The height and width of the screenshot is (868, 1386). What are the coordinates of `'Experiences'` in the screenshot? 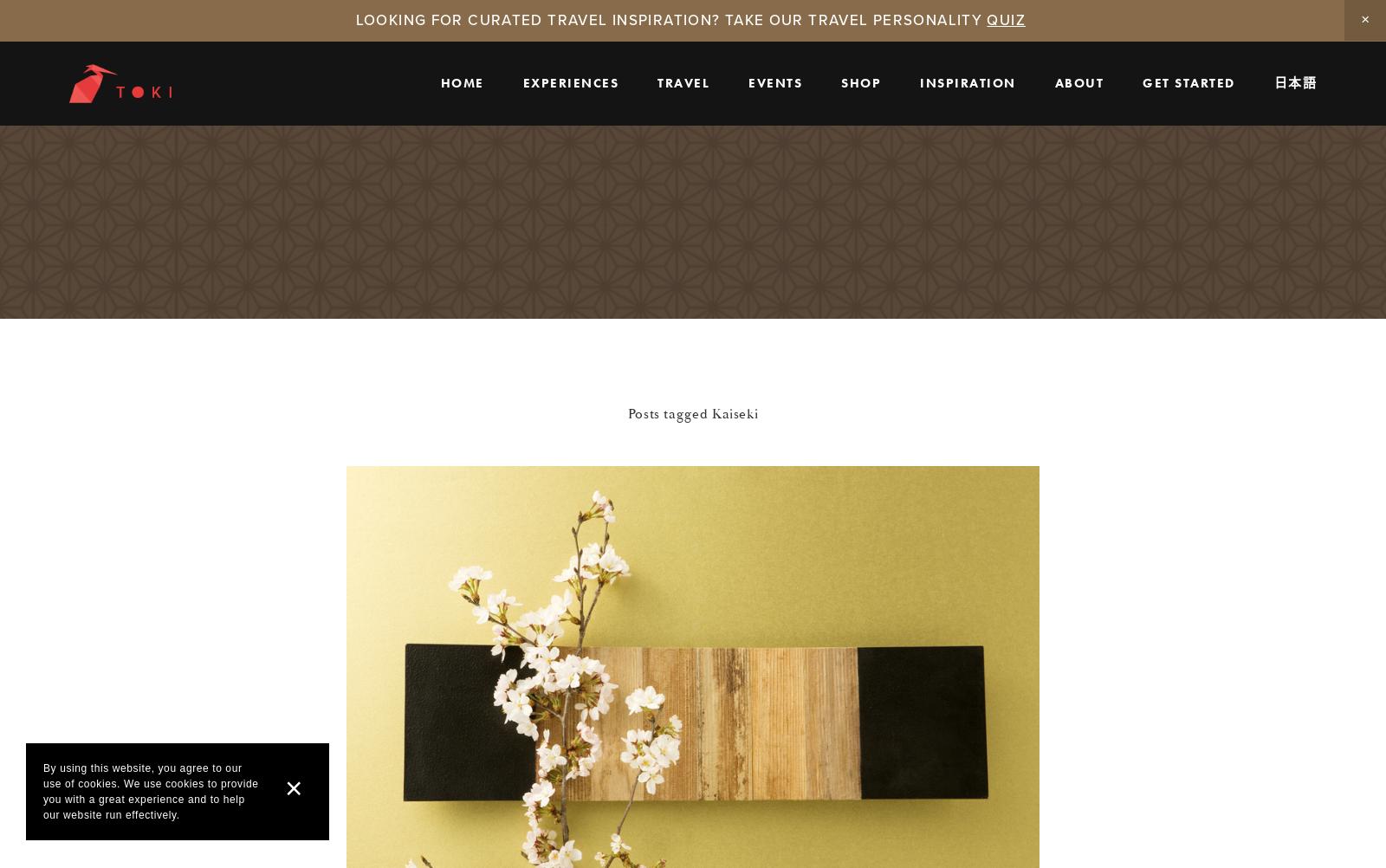 It's located at (522, 81).